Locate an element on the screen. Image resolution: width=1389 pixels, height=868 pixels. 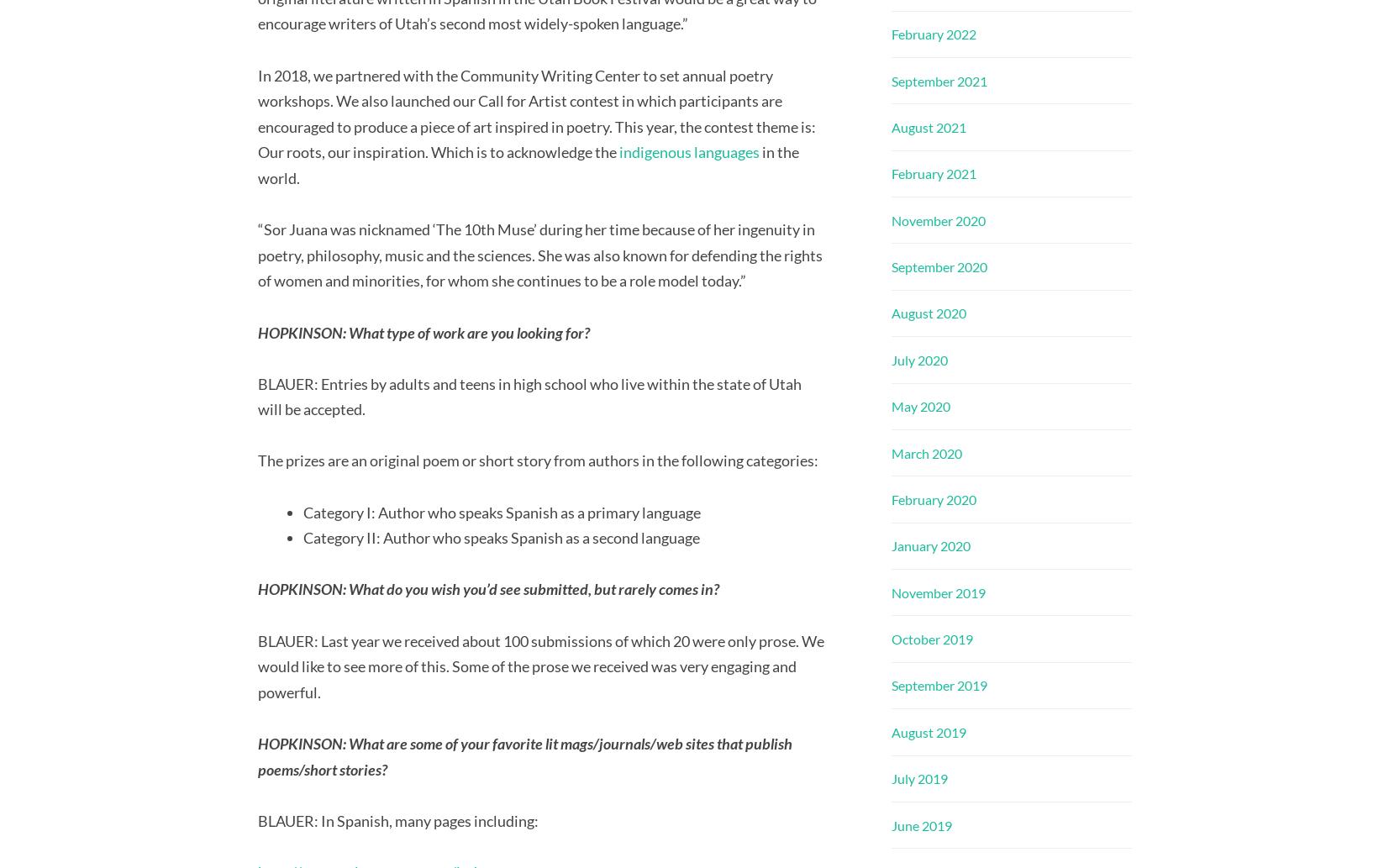
'January 2020' is located at coordinates (930, 544).